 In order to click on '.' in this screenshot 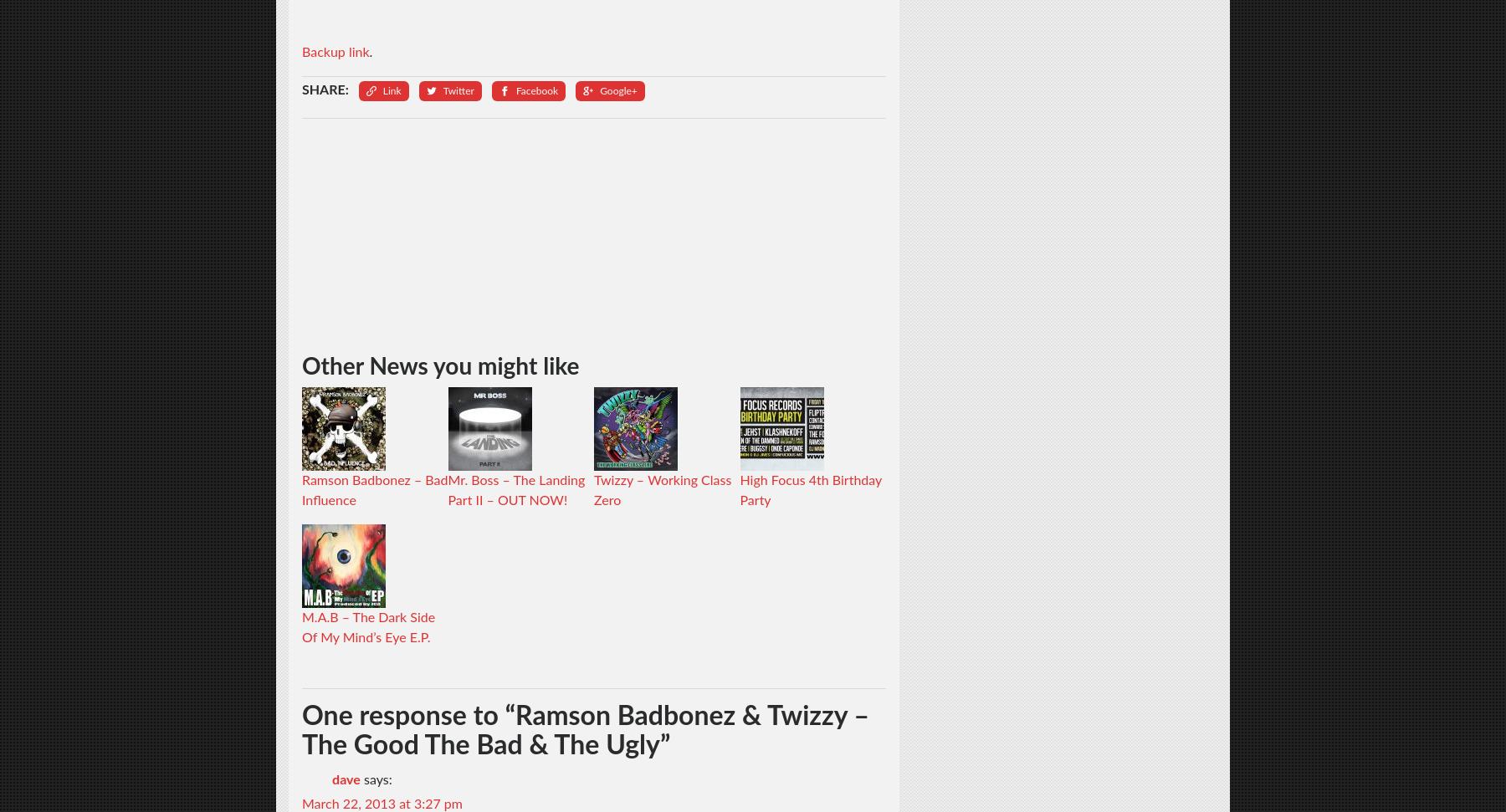, I will do `click(370, 51)`.